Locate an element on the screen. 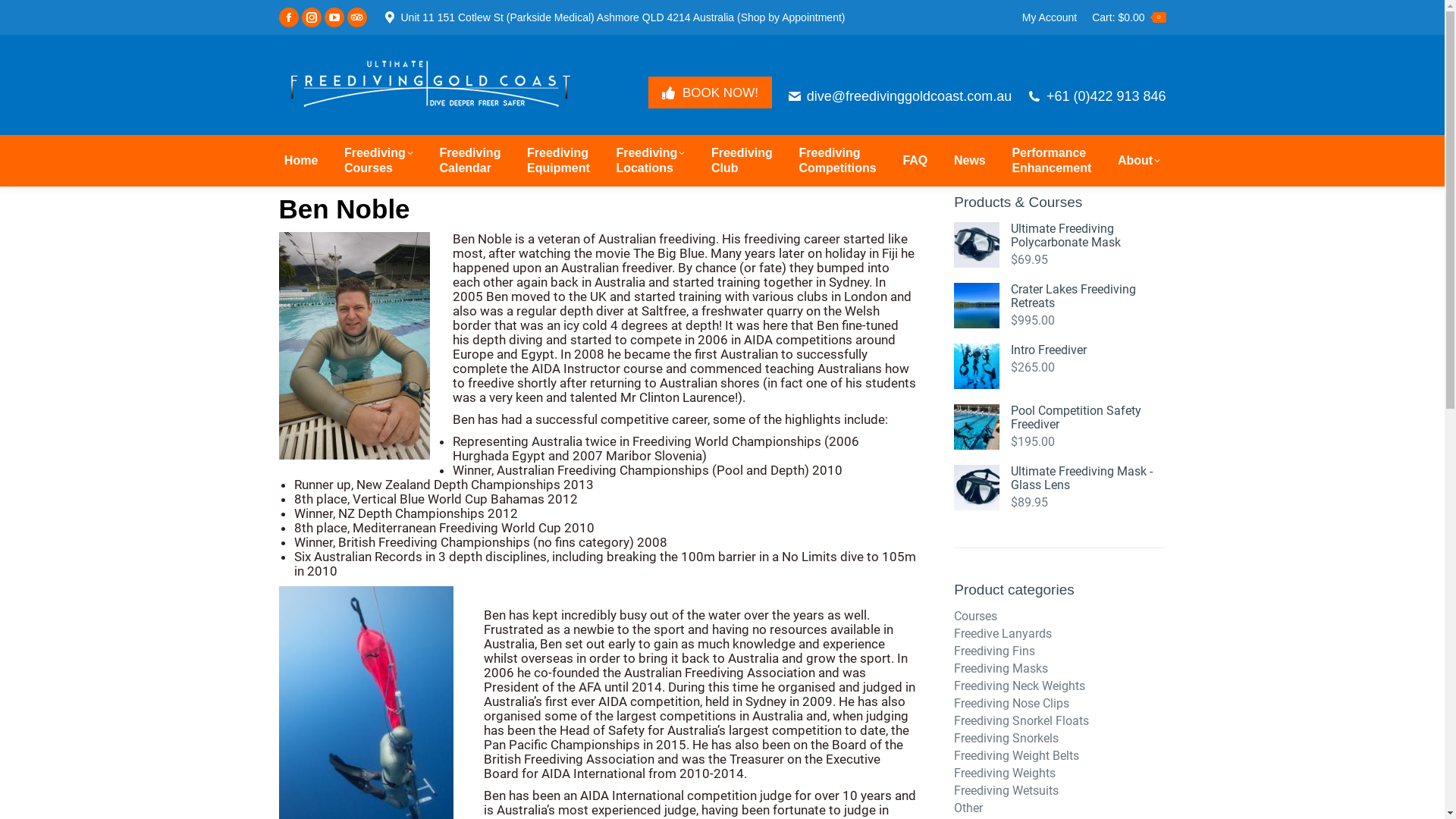 The height and width of the screenshot is (819, 1456). 'YouTube page opens in new window' is located at coordinates (334, 17).